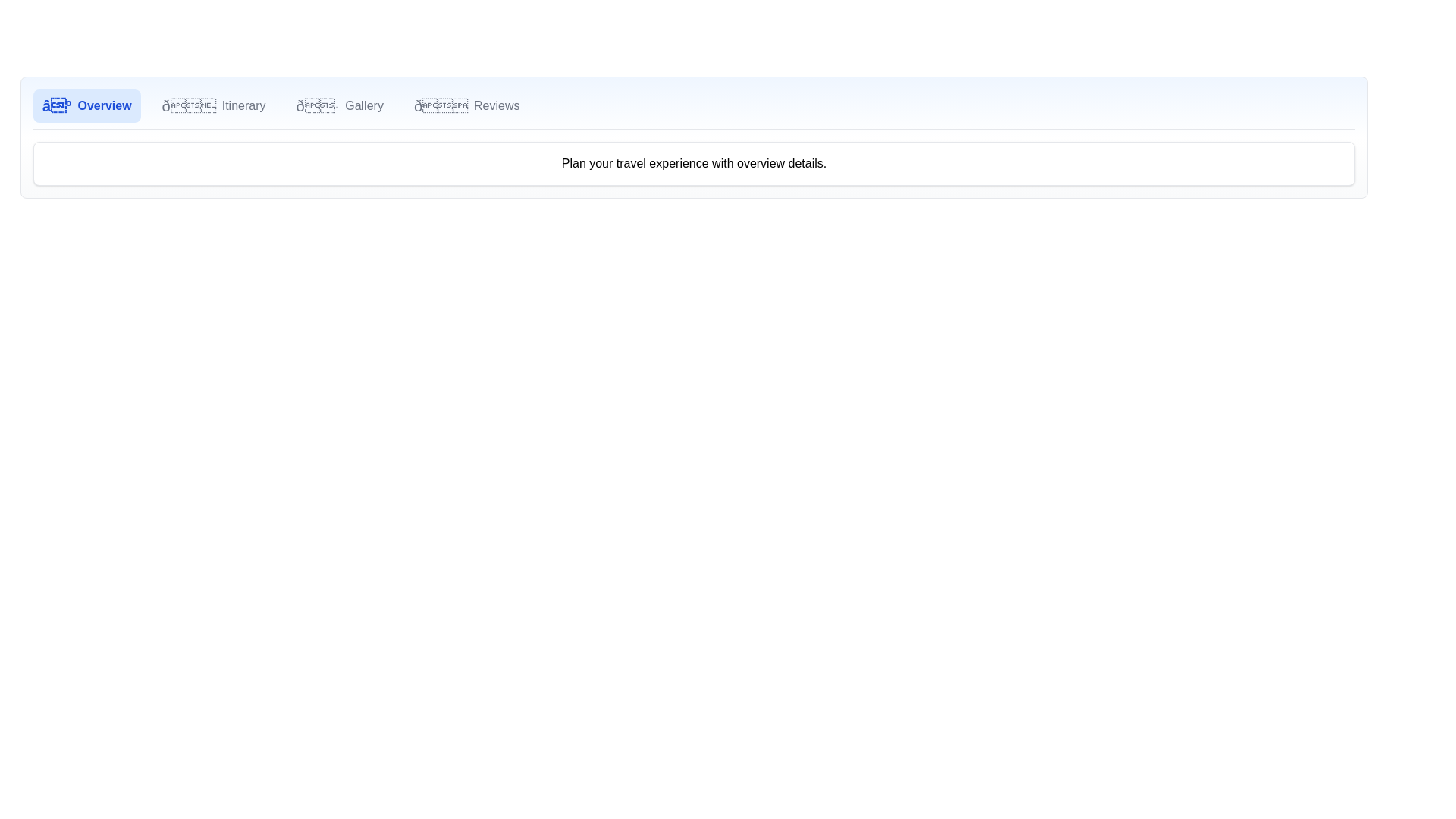 Image resolution: width=1456 pixels, height=819 pixels. I want to click on the Itinerary tab by clicking its corresponding button, so click(213, 105).